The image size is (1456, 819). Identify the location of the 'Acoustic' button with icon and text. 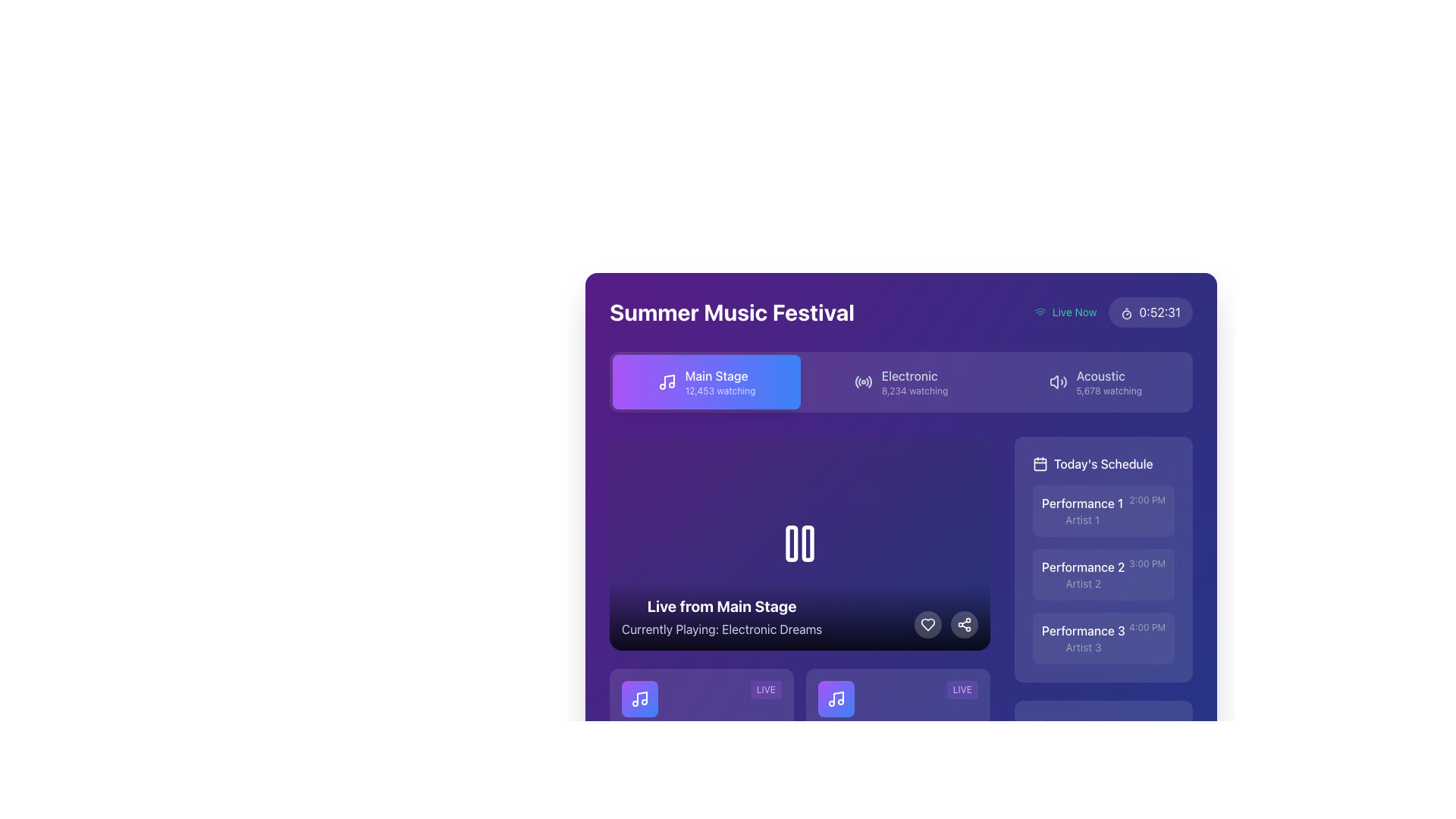
(1095, 381).